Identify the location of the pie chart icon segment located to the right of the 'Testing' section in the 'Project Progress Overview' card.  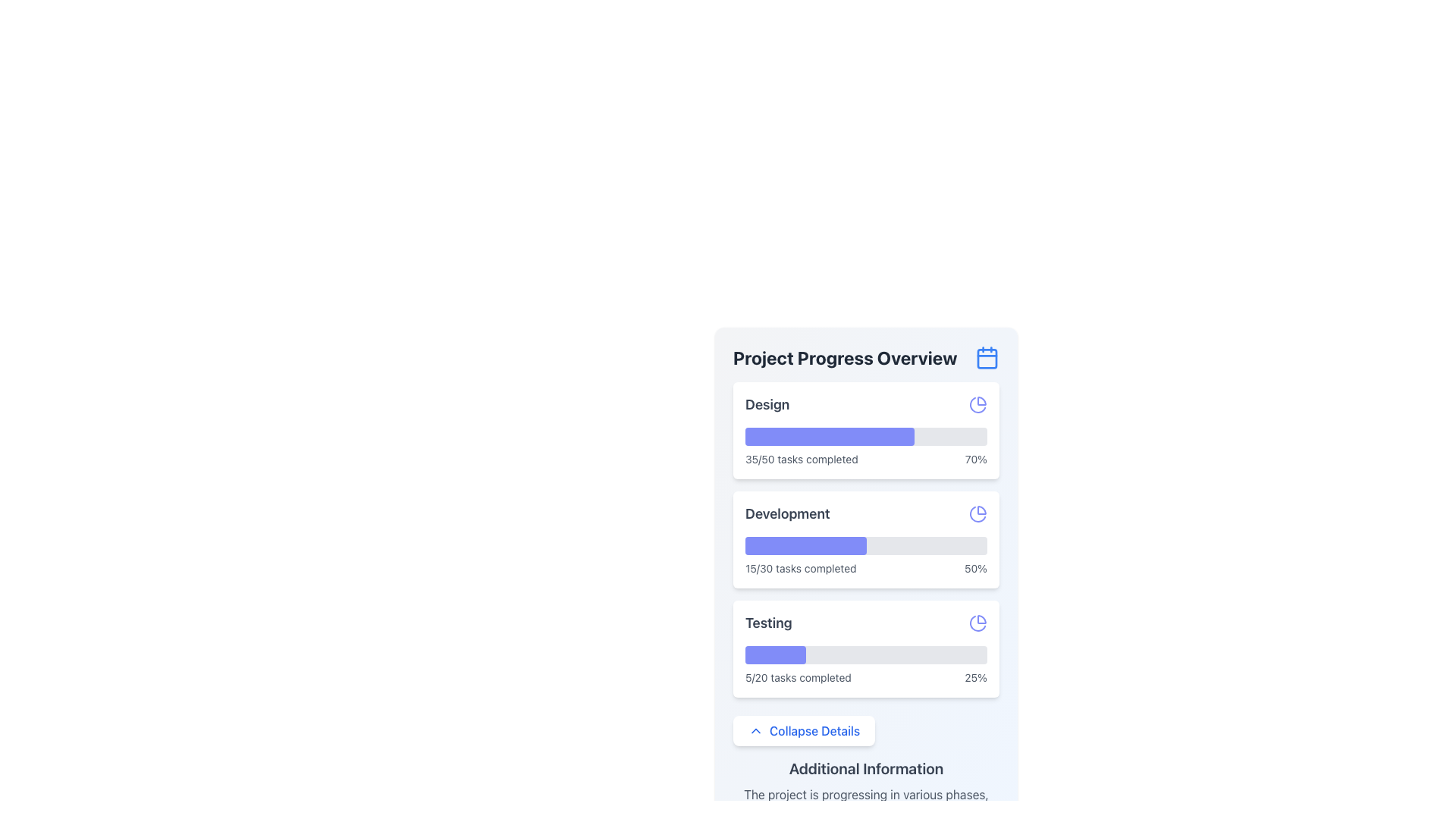
(982, 620).